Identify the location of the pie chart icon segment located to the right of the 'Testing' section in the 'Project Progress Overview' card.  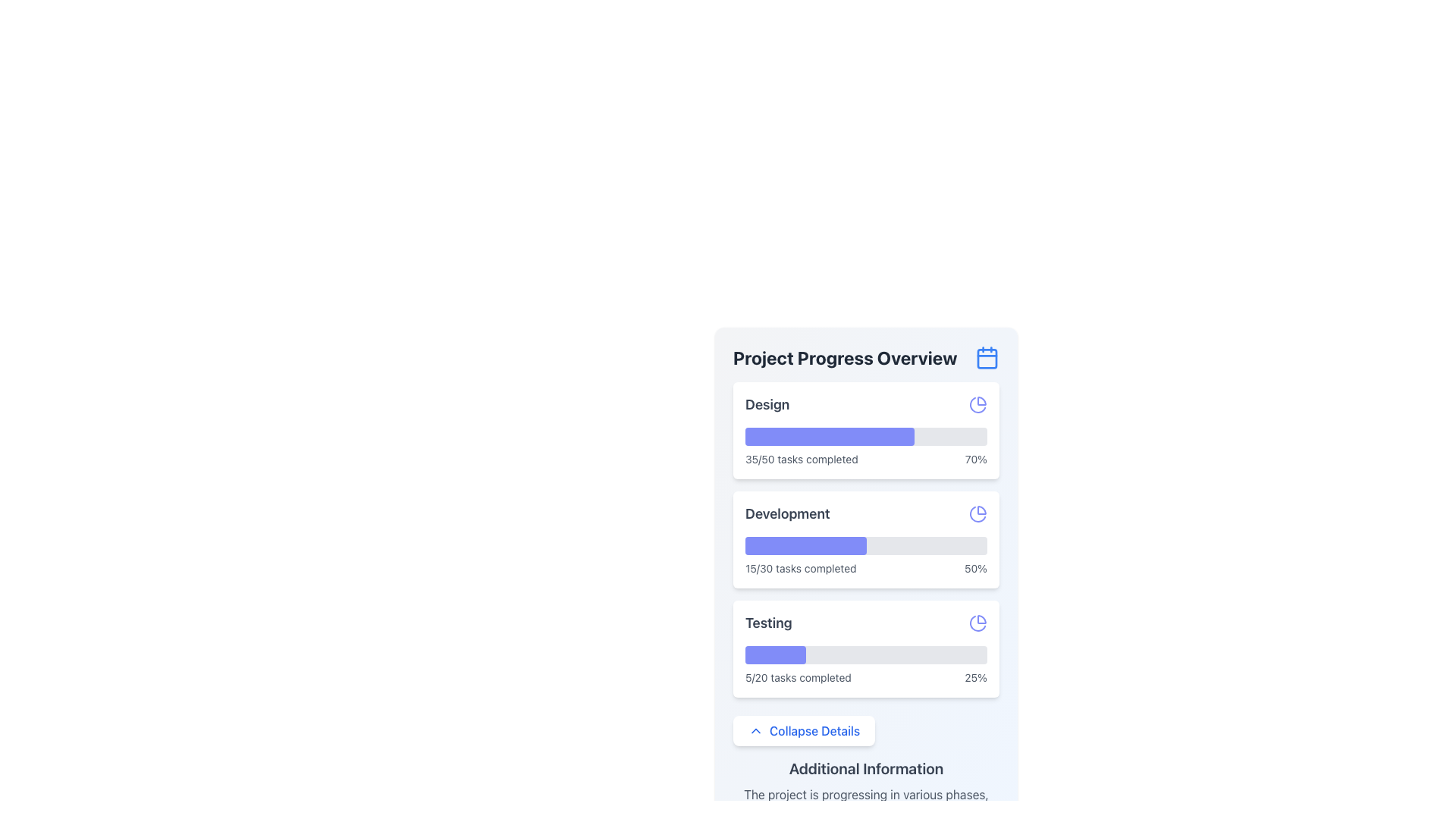
(982, 620).